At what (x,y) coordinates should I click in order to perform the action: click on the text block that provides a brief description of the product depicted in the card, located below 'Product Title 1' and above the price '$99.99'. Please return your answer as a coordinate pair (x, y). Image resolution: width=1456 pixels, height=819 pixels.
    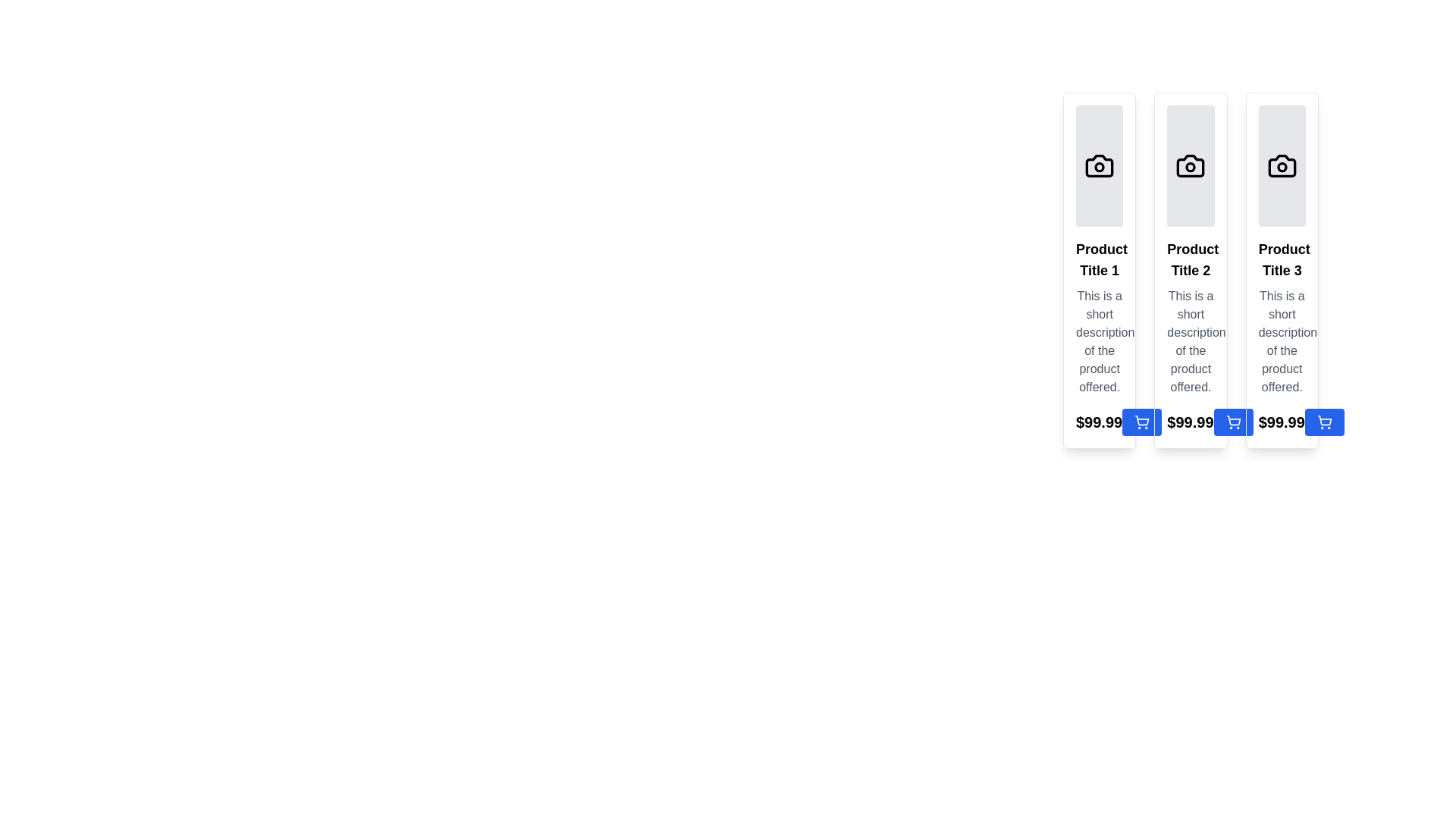
    Looking at the image, I should click on (1100, 342).